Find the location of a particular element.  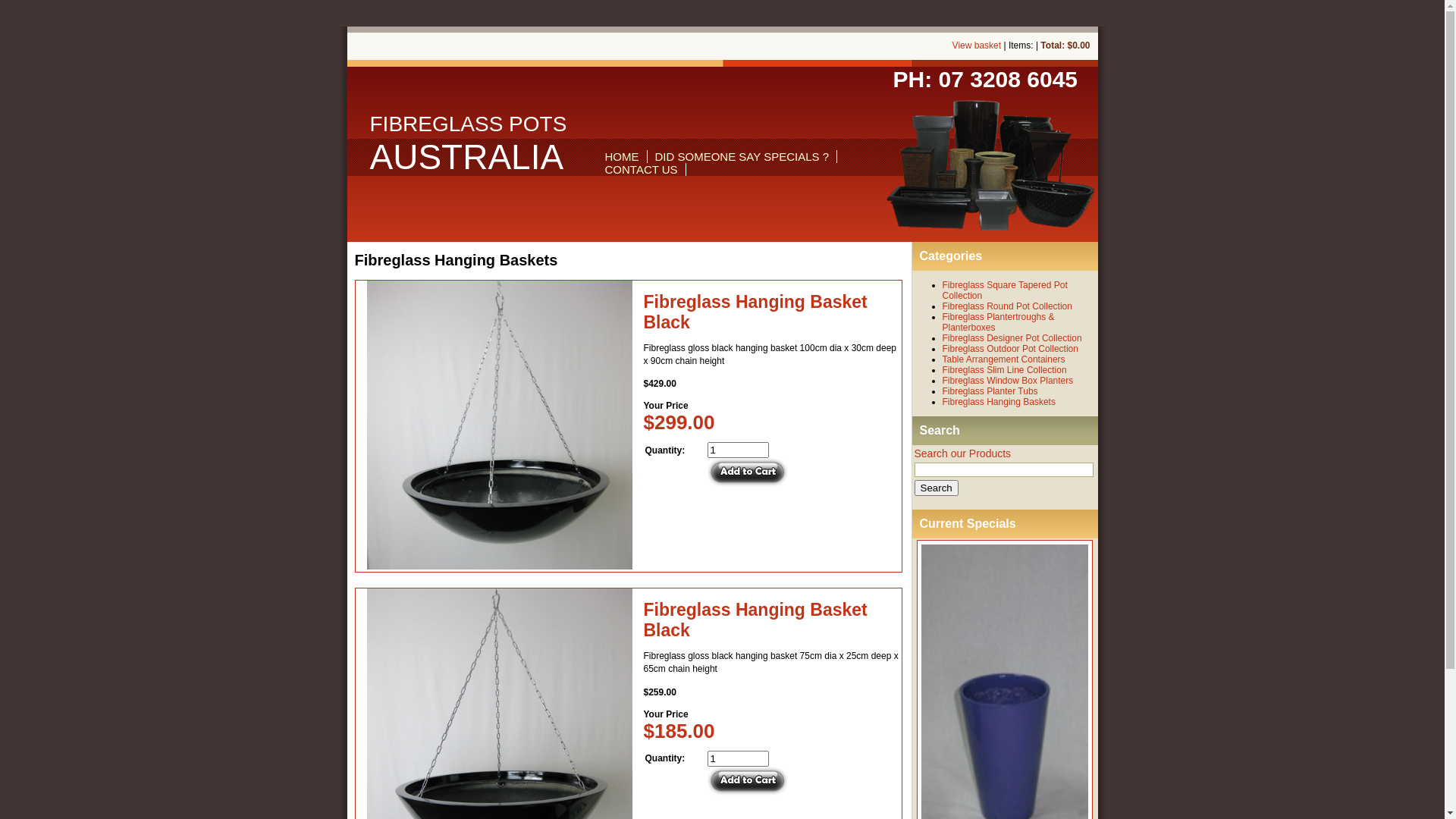

'Add to Cart +' is located at coordinates (747, 472).